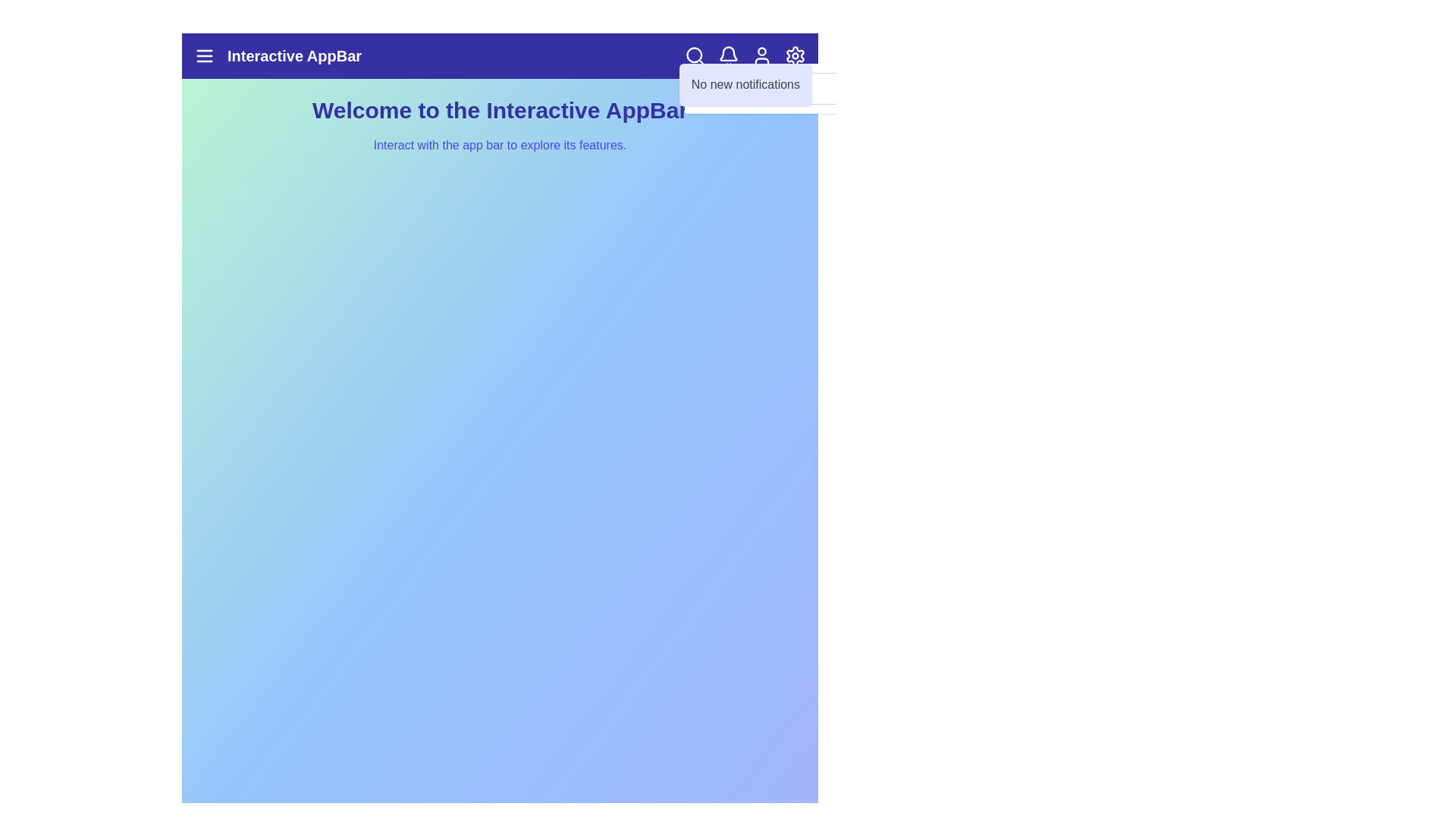 The width and height of the screenshot is (1456, 819). Describe the element at coordinates (745, 84) in the screenshot. I see `the 'No new notifications' message to inspect it` at that location.